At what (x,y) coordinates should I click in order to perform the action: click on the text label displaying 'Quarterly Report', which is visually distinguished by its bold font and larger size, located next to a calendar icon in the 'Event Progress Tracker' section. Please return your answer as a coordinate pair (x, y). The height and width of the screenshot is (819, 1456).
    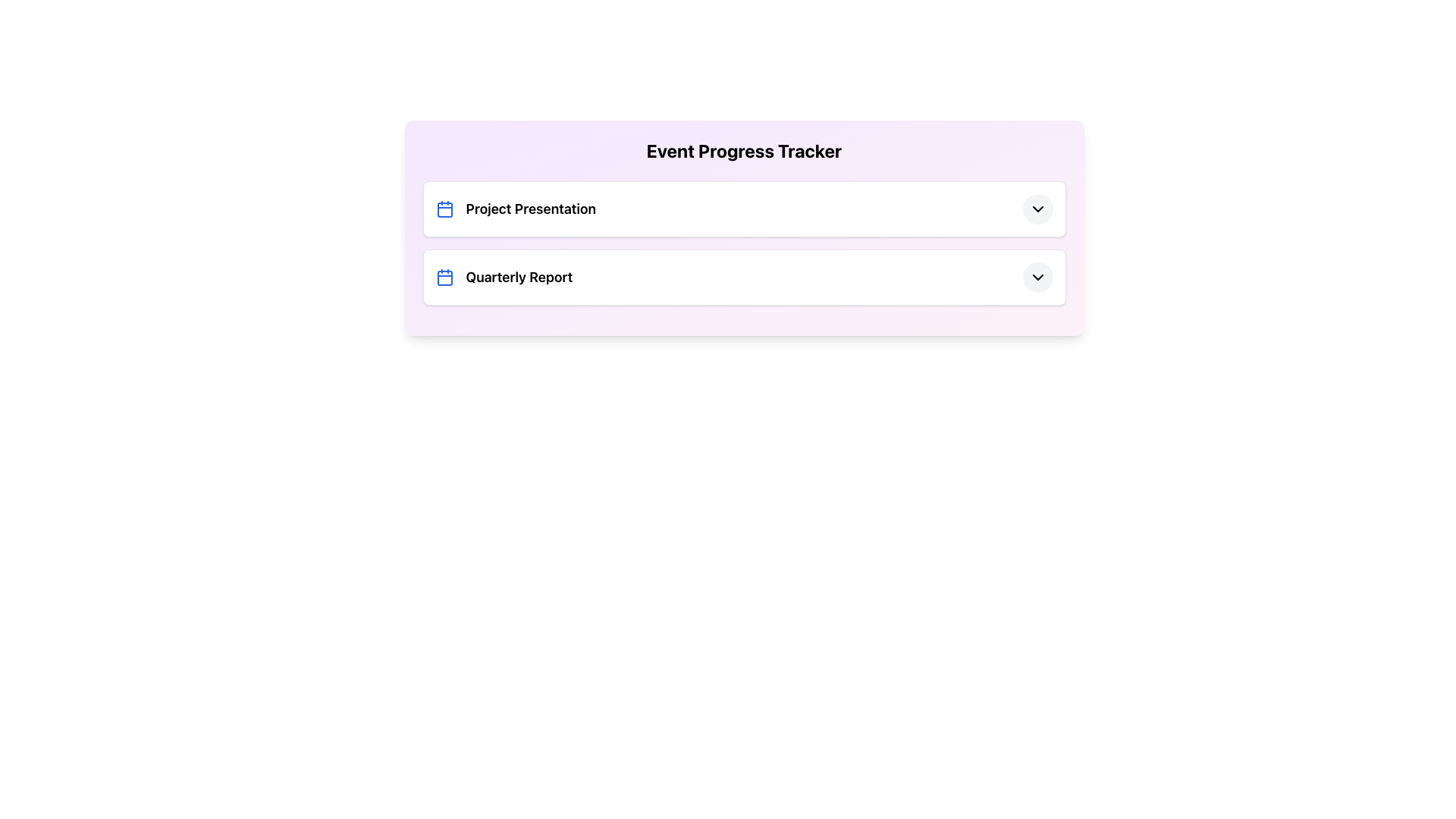
    Looking at the image, I should click on (519, 278).